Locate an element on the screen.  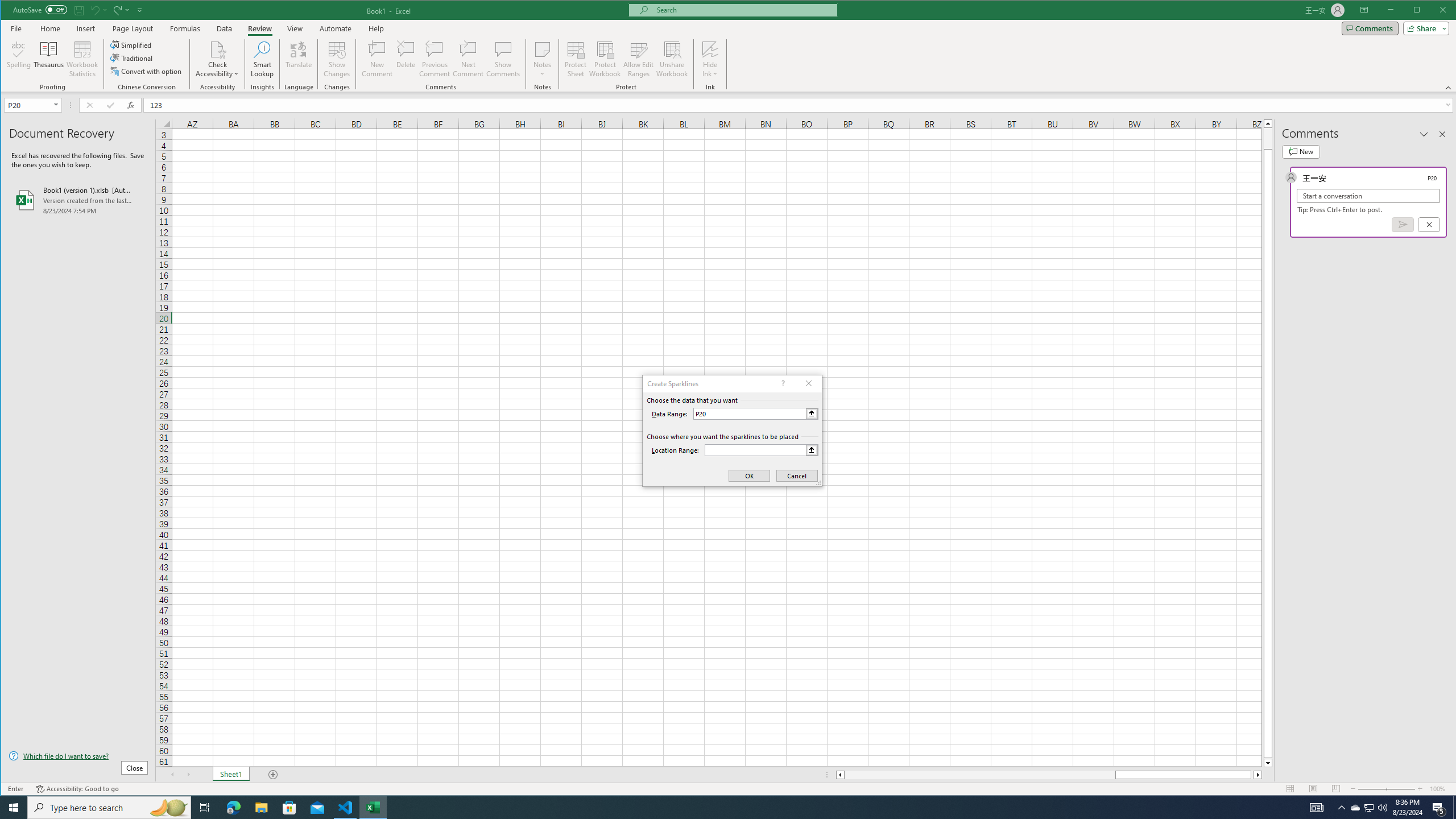
'Convert with option' is located at coordinates (146, 71).